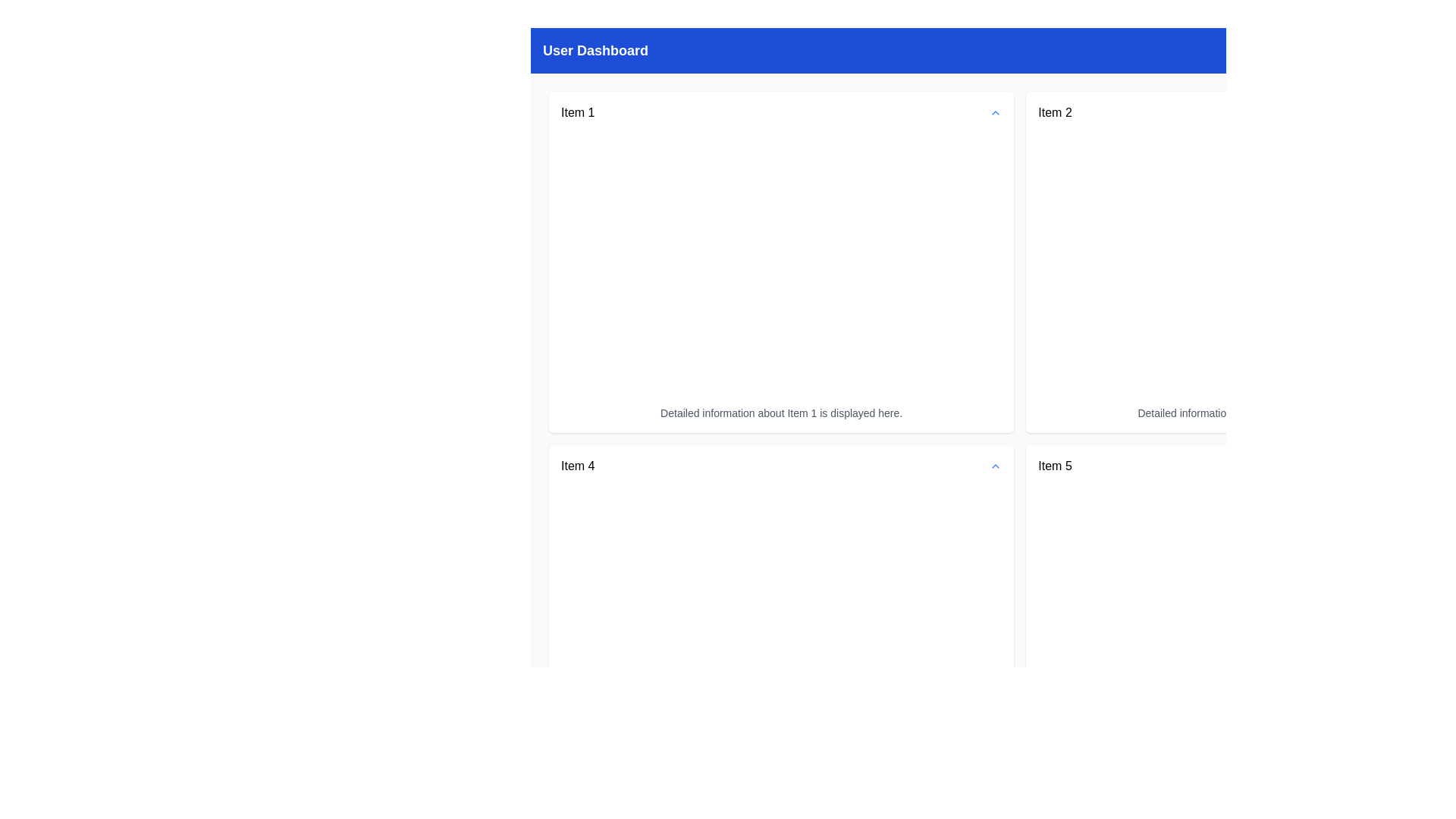  What do you see at coordinates (781, 616) in the screenshot?
I see `the Information Display Card titled 'Item 4', which is a white rectangular card with rounded corners located in the first column of the second row in a grid layout` at bounding box center [781, 616].